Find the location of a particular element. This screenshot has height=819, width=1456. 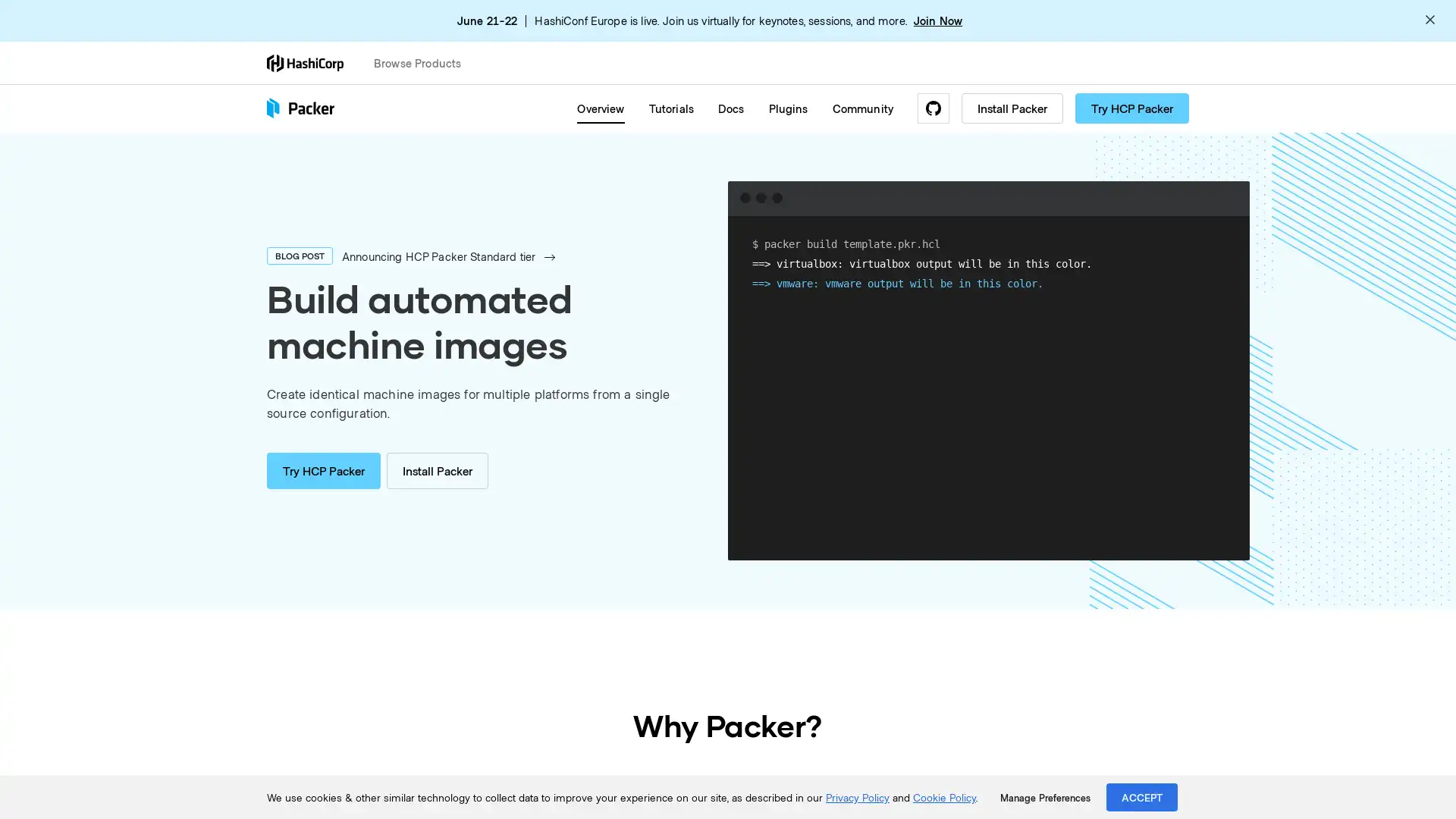

Manage Preferences is located at coordinates (1044, 797).